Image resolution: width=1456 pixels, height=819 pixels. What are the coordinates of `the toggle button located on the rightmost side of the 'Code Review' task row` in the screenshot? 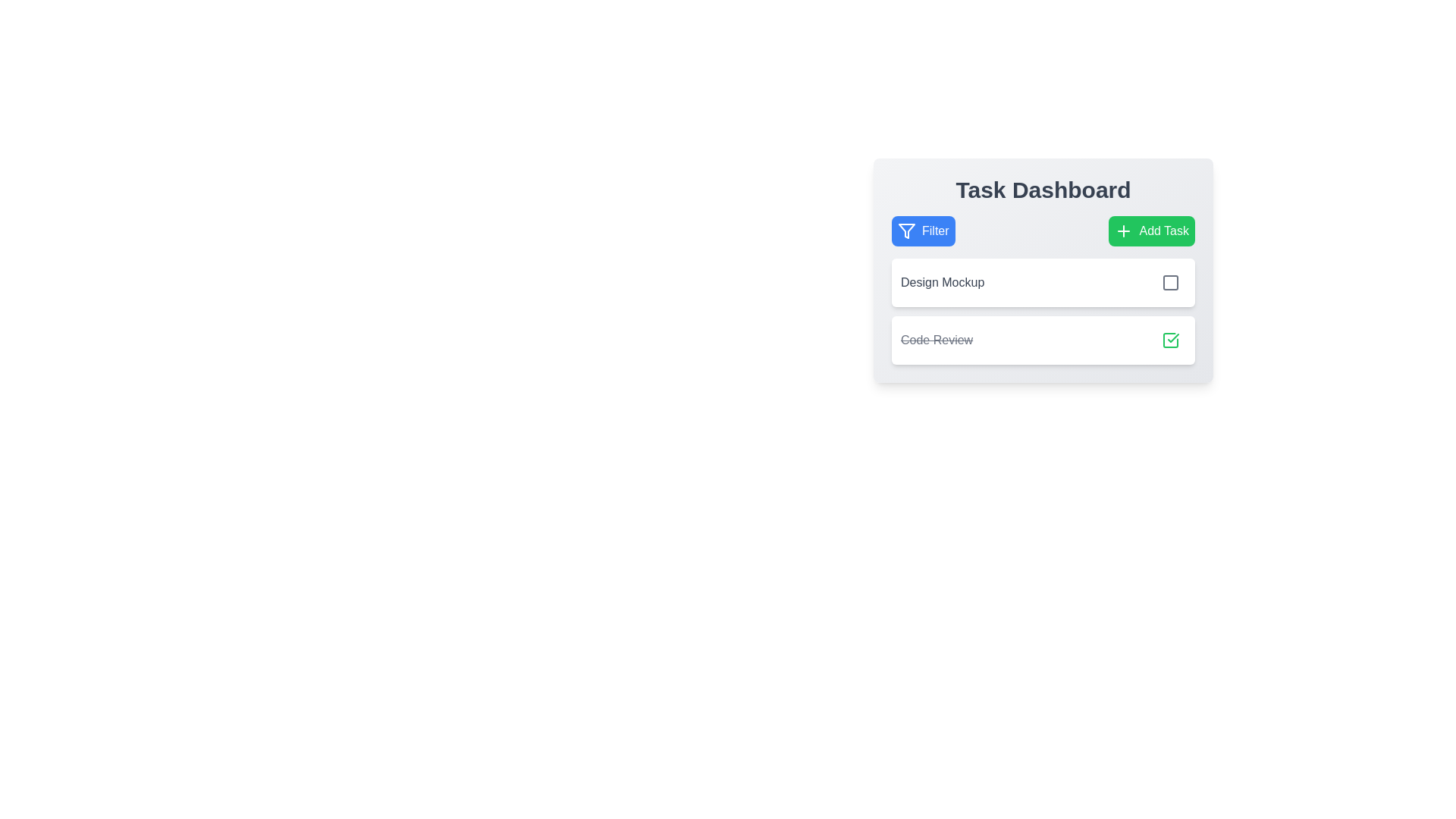 It's located at (1170, 339).